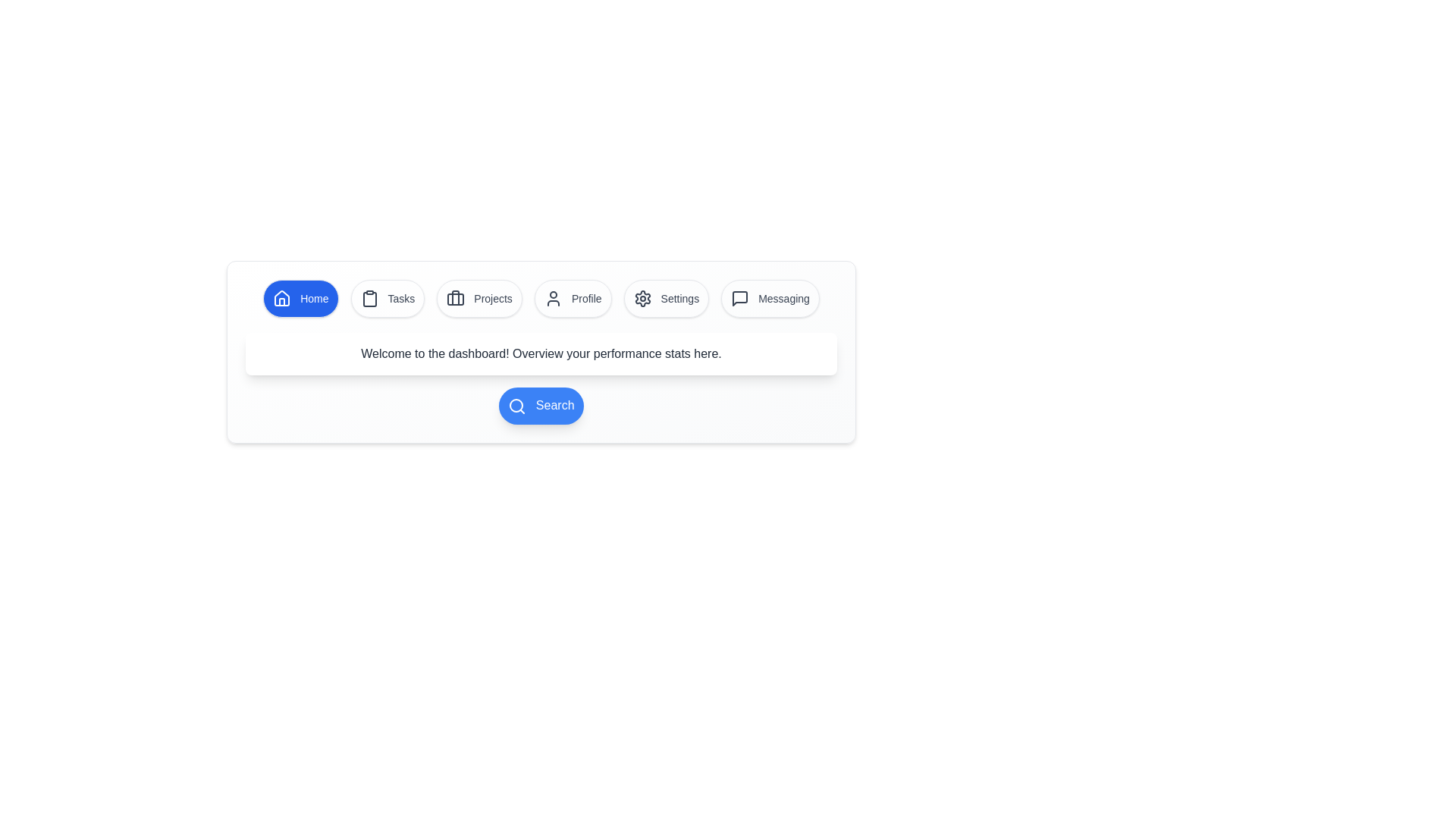 The height and width of the screenshot is (819, 1456). Describe the element at coordinates (541, 353) in the screenshot. I see `message in the rectangular notification area that states: 'Welcome to the dashboard! Overview your performance stats here.'` at that location.